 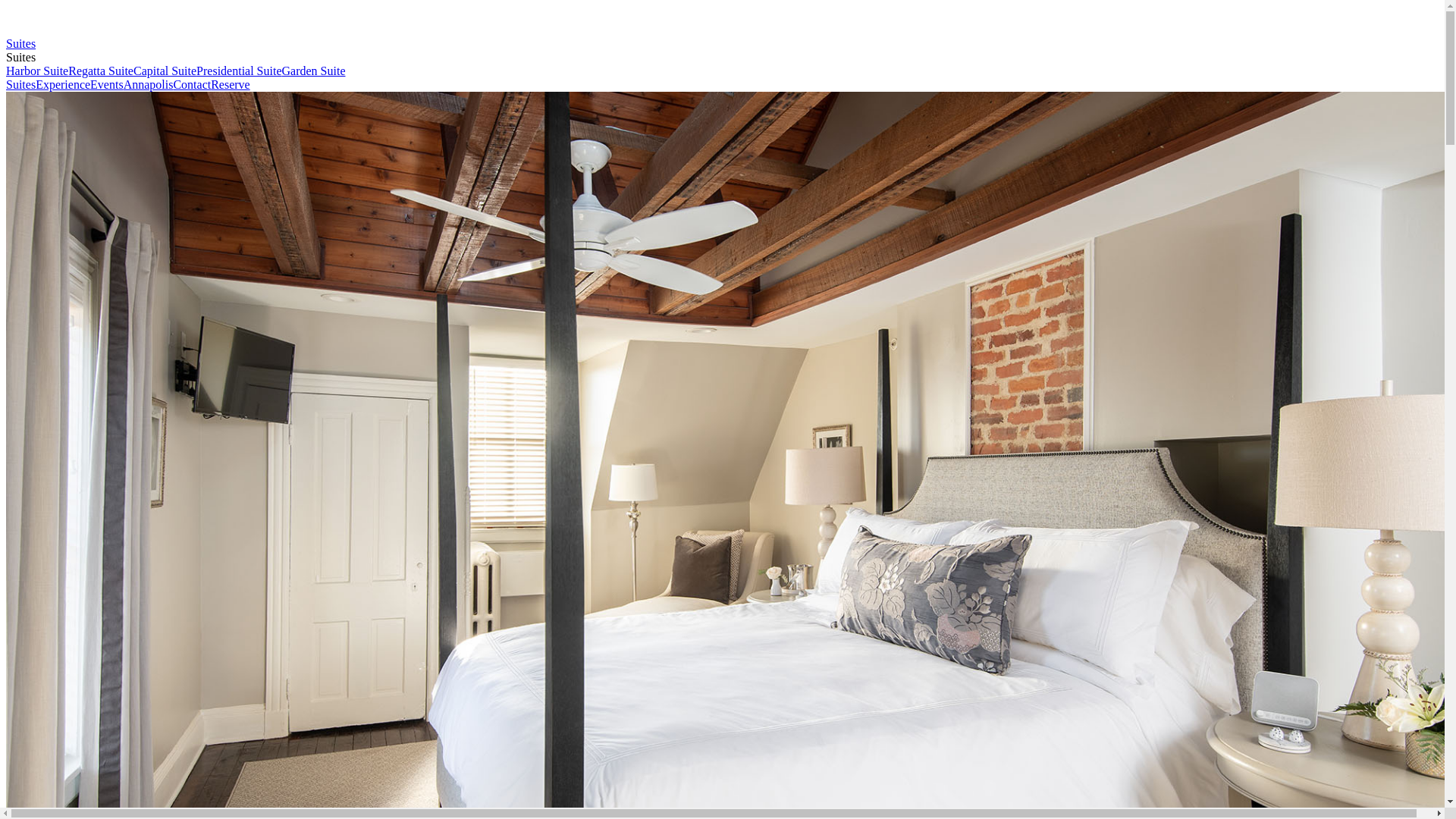 What do you see at coordinates (229, 84) in the screenshot?
I see `'Reserve'` at bounding box center [229, 84].